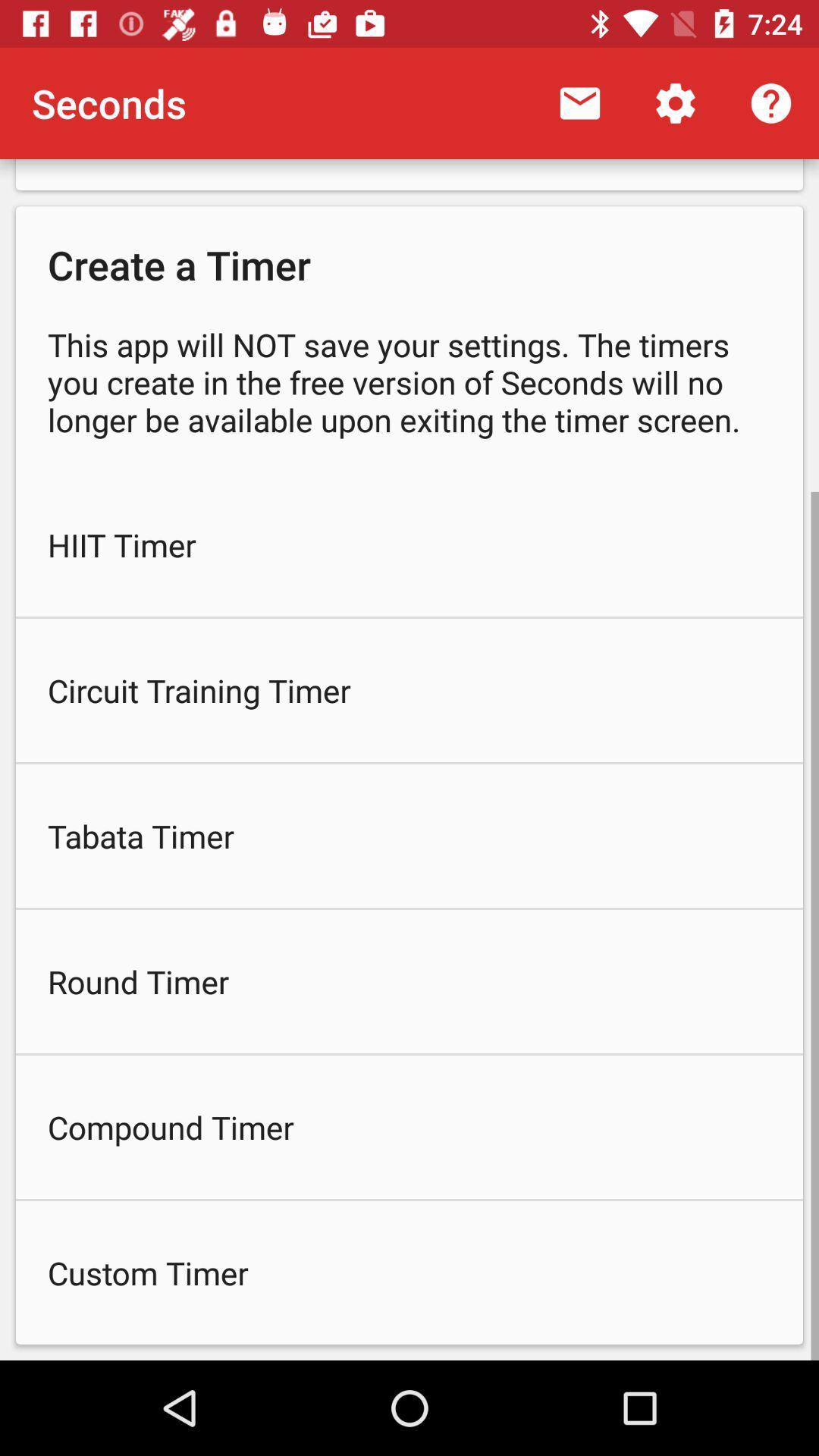  I want to click on circuit training timer, so click(409, 689).